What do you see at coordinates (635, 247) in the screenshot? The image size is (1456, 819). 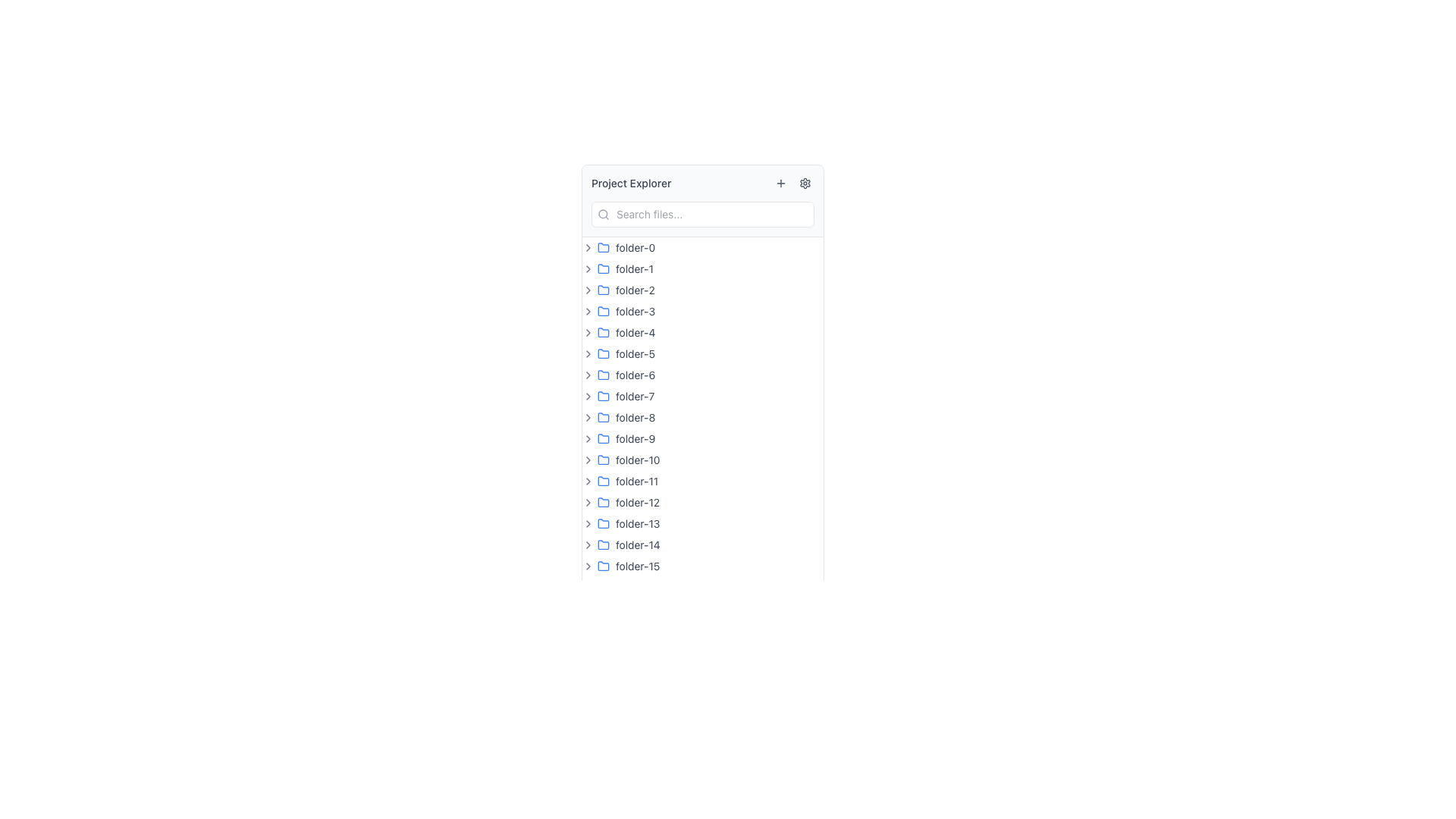 I see `the text label that serves as the name for the first folder in the vertical list of folders in the sidebar, located to the right of the blue folder icon and arrow icon` at bounding box center [635, 247].